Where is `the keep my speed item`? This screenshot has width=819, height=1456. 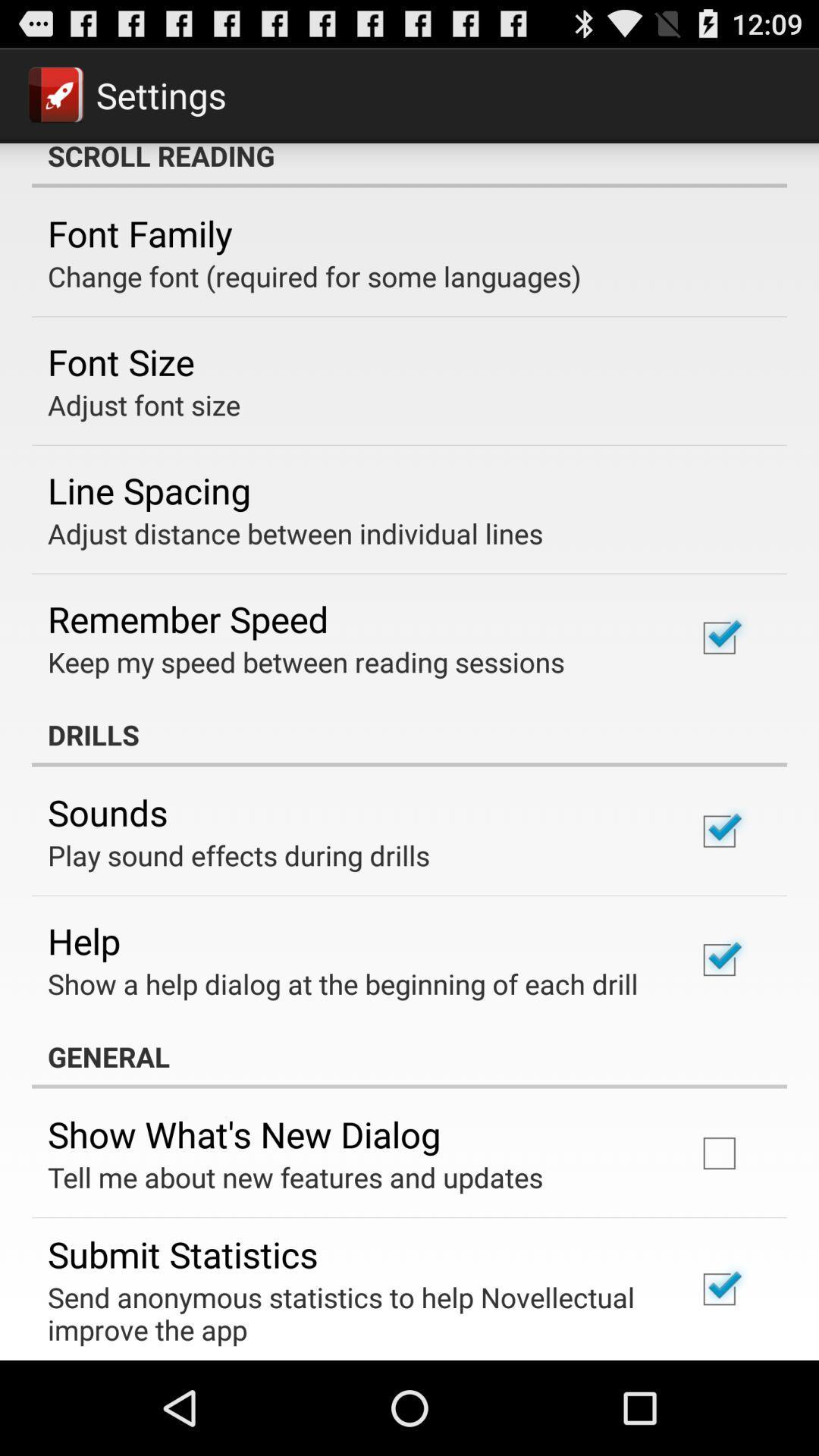 the keep my speed item is located at coordinates (306, 662).